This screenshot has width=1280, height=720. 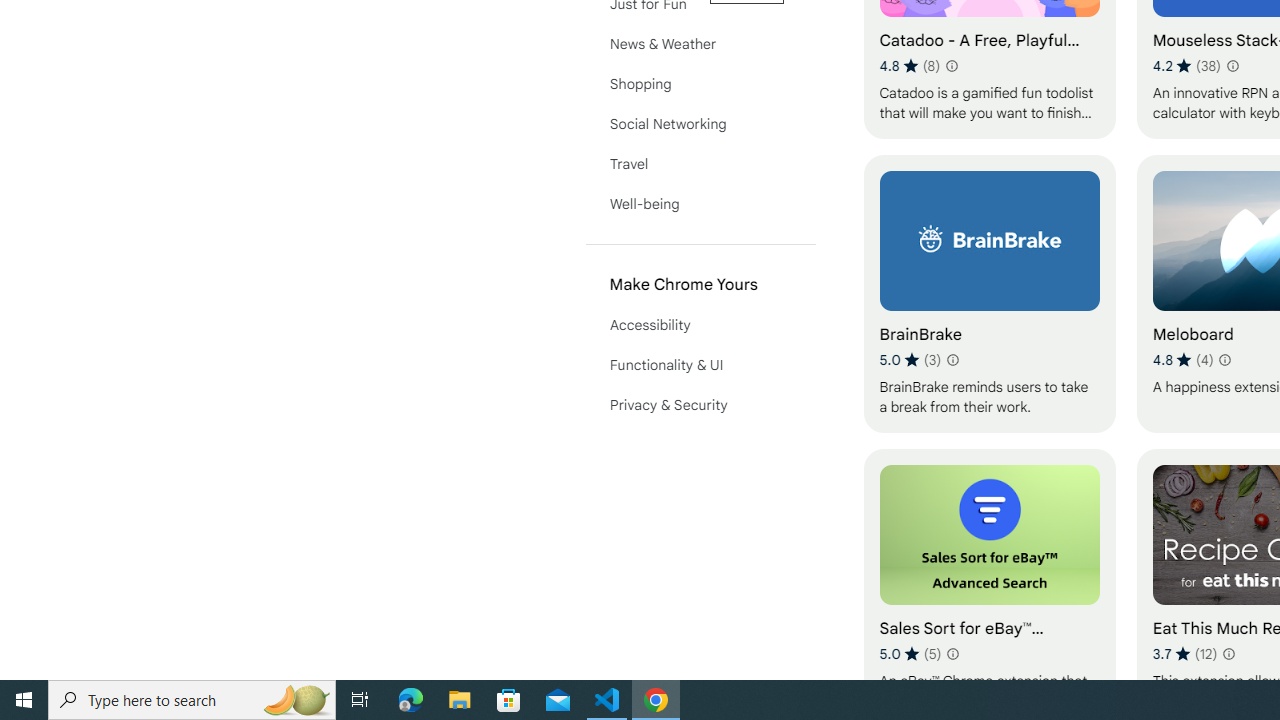 I want to click on 'Shopping', so click(x=700, y=82).